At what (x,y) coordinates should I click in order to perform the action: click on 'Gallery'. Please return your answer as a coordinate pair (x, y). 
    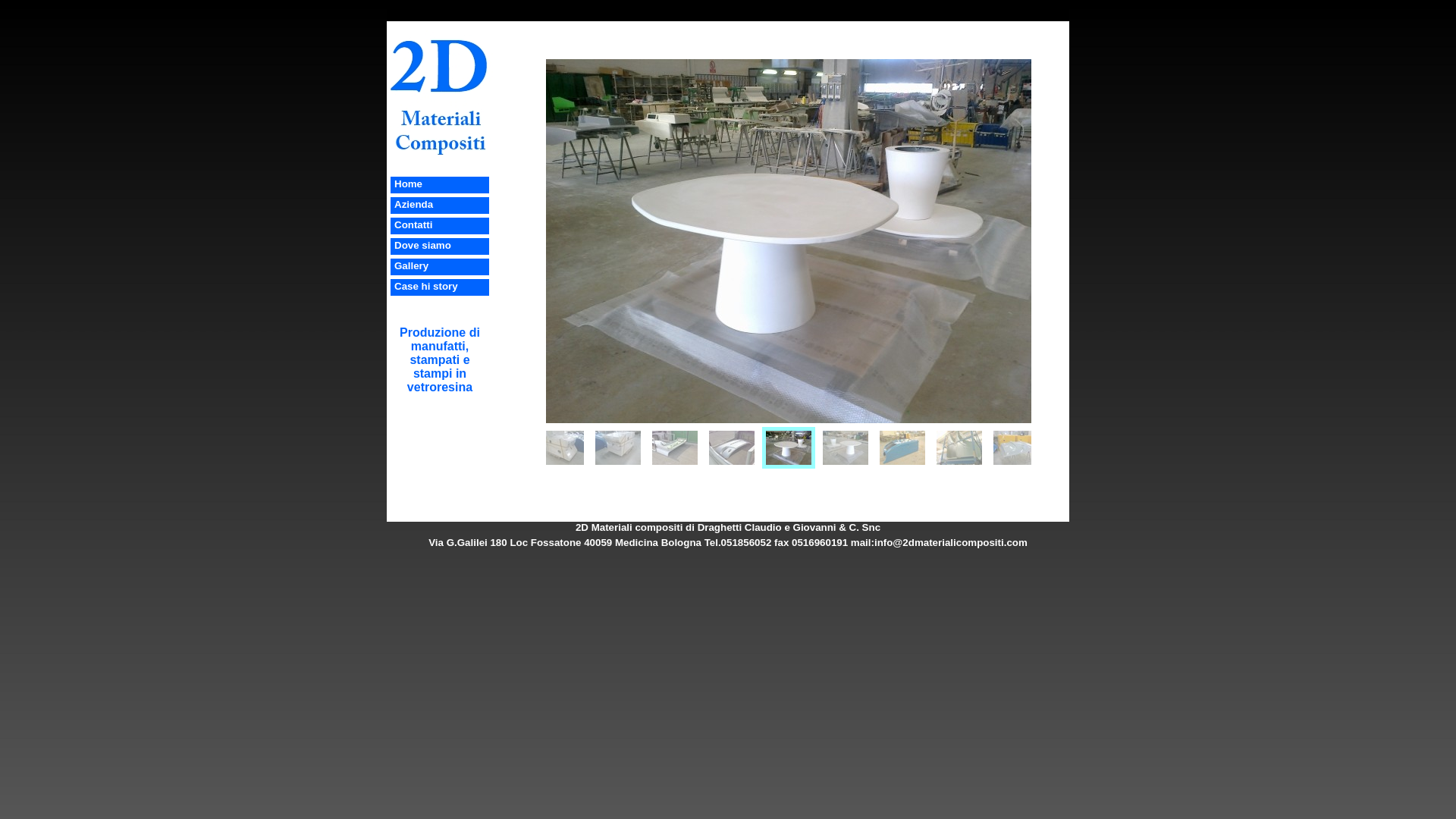
    Looking at the image, I should click on (411, 265).